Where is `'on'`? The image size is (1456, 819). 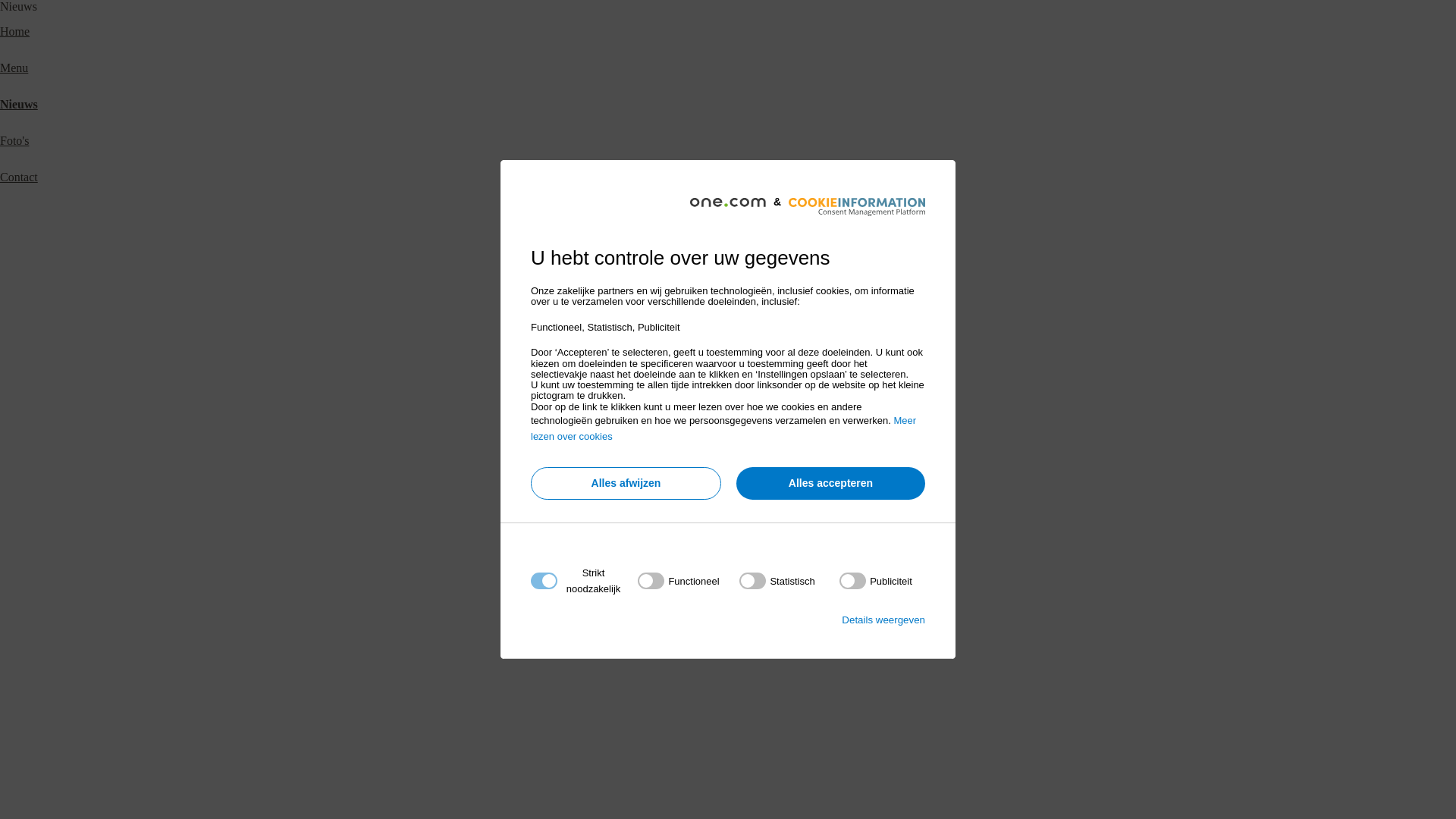
'on' is located at coordinates (777, 580).